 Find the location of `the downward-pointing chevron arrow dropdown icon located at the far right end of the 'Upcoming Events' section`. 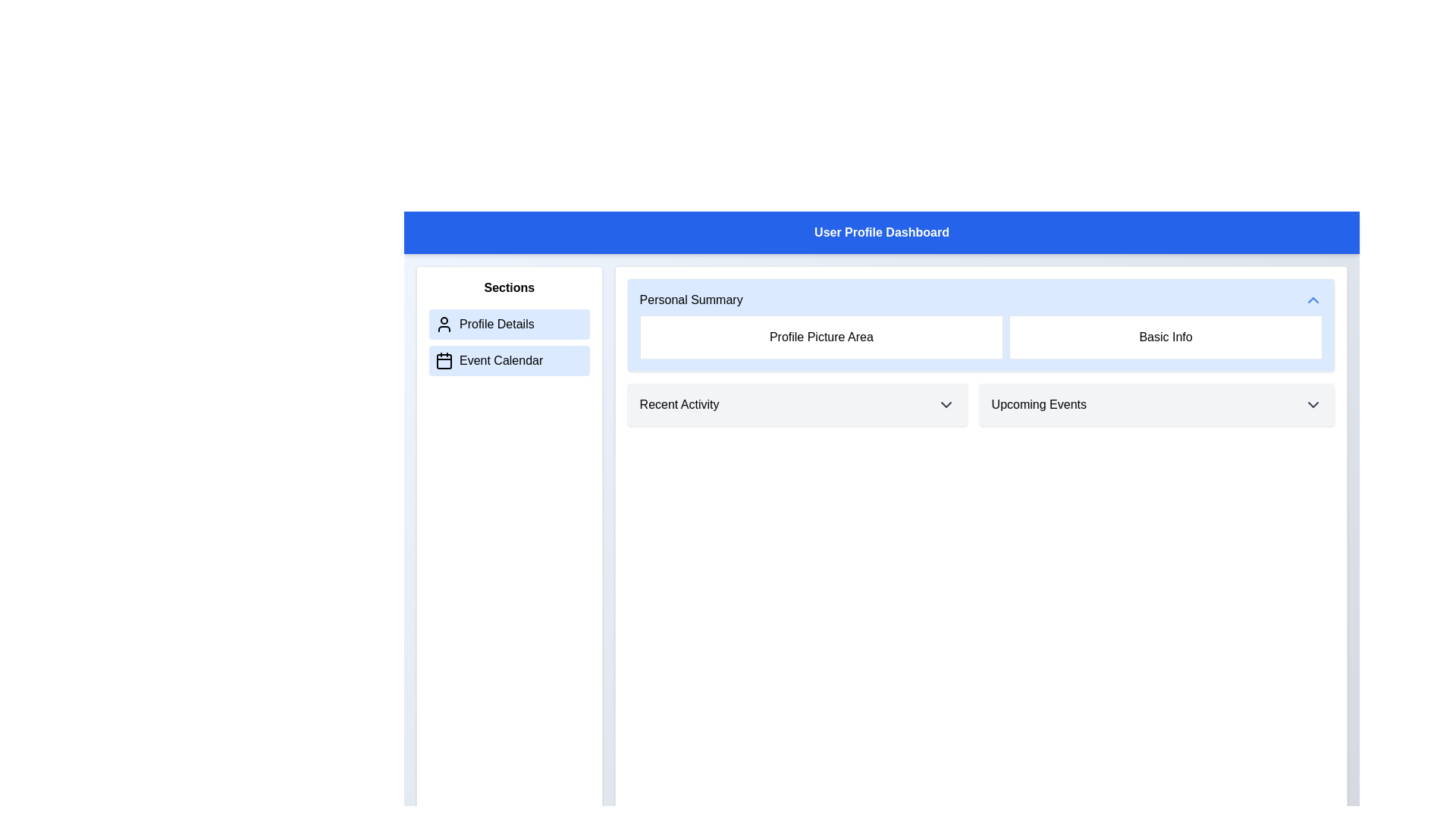

the downward-pointing chevron arrow dropdown icon located at the far right end of the 'Upcoming Events' section is located at coordinates (1313, 403).